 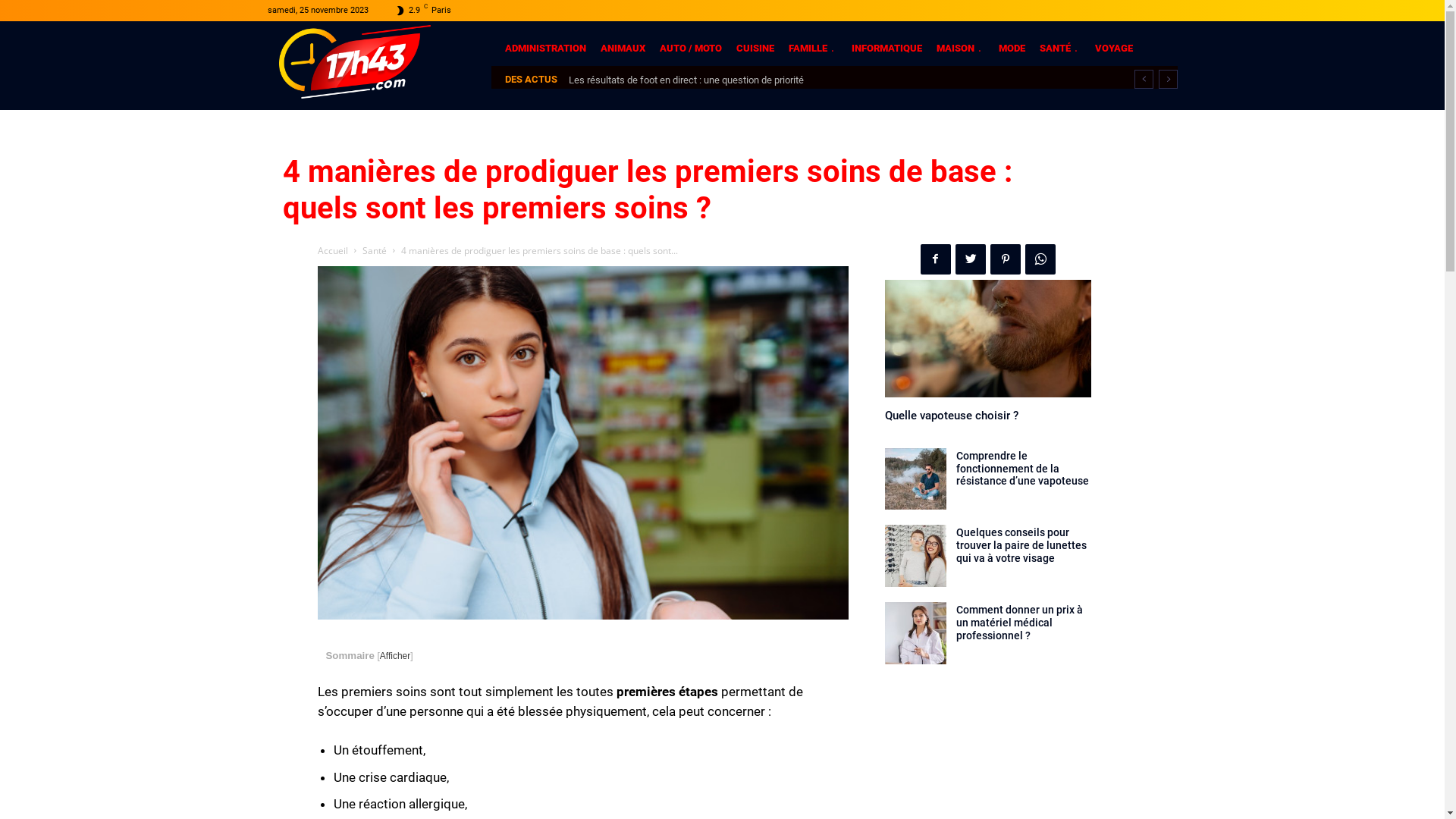 What do you see at coordinates (754, 47) in the screenshot?
I see `'CUISINE'` at bounding box center [754, 47].